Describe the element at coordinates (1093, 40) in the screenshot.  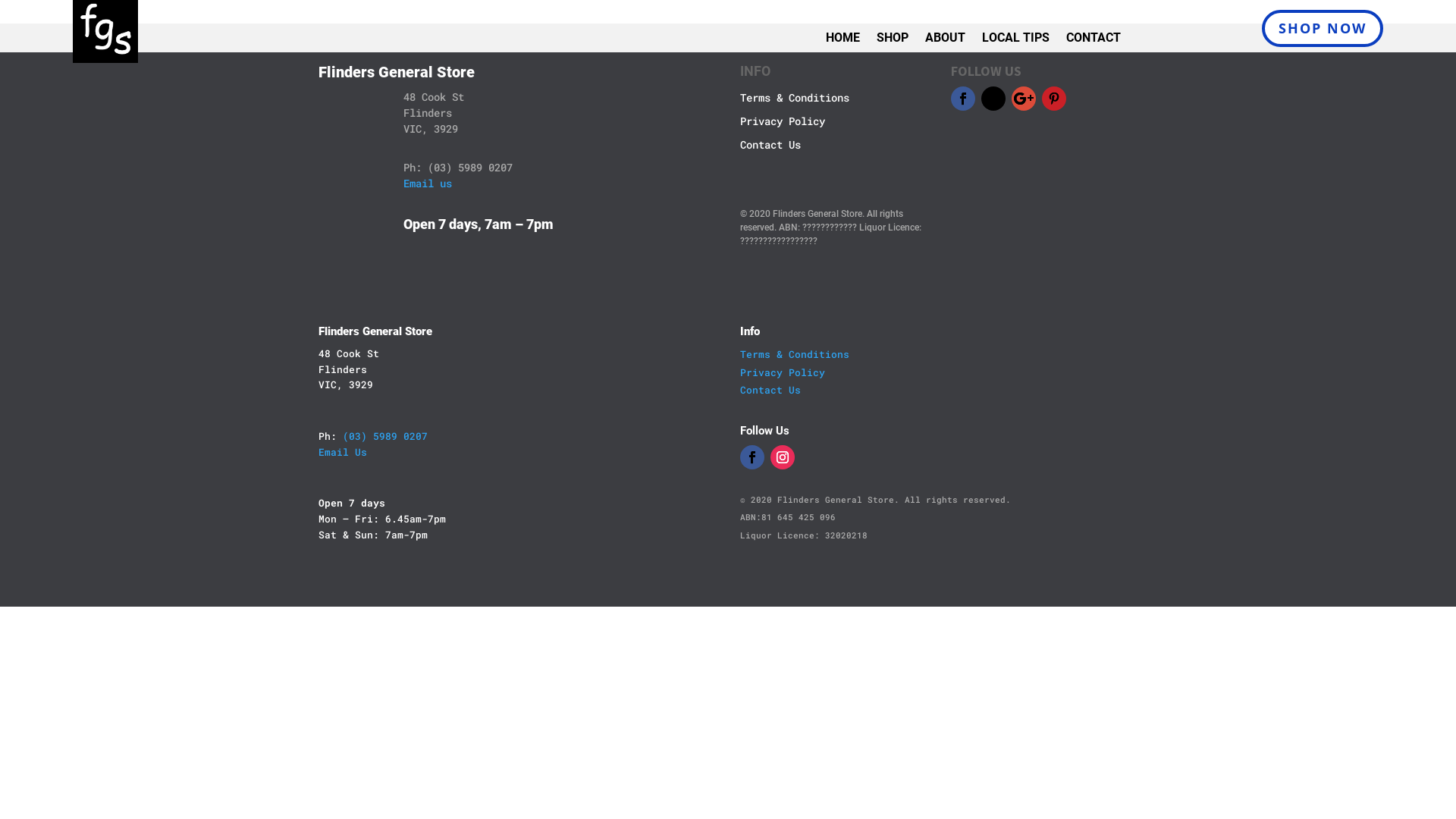
I see `'CONTACT'` at that location.